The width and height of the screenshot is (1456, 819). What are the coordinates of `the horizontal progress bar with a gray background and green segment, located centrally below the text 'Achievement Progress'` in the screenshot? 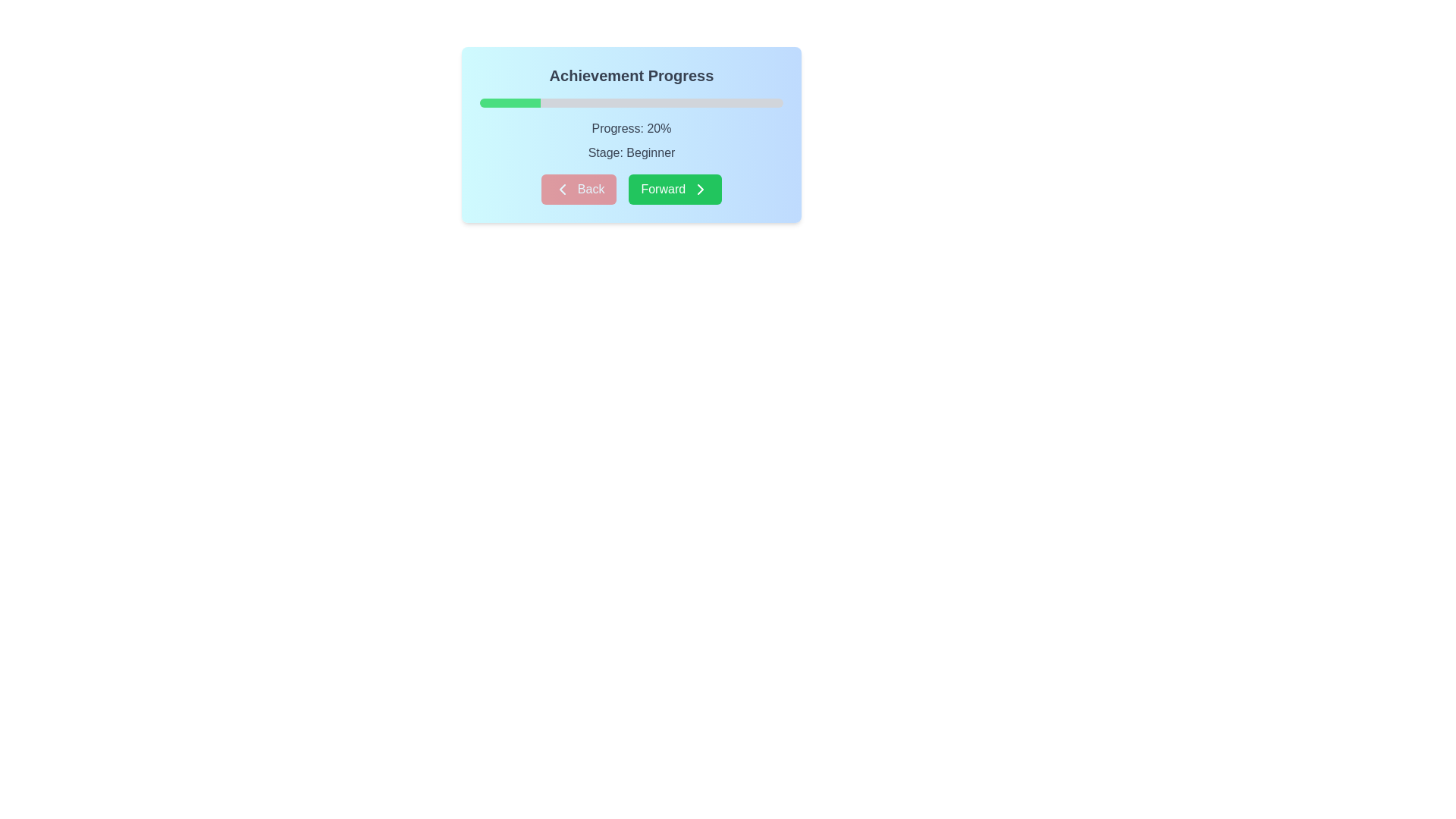 It's located at (632, 102).